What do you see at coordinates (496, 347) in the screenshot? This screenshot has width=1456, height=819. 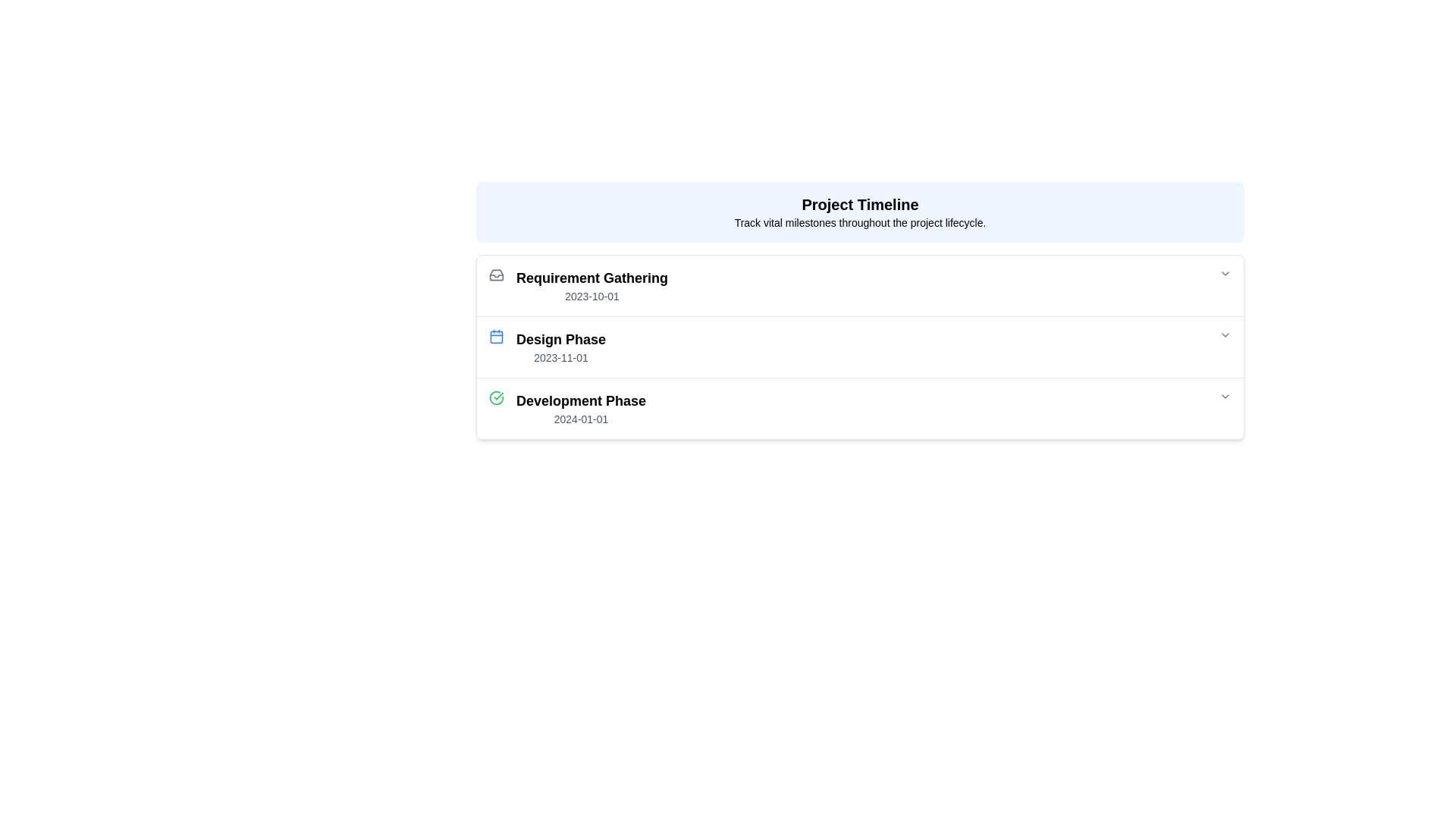 I see `the small blue calendar icon located to the left of the 'Design Phase' title in the project timeline to interact and open associated details` at bounding box center [496, 347].